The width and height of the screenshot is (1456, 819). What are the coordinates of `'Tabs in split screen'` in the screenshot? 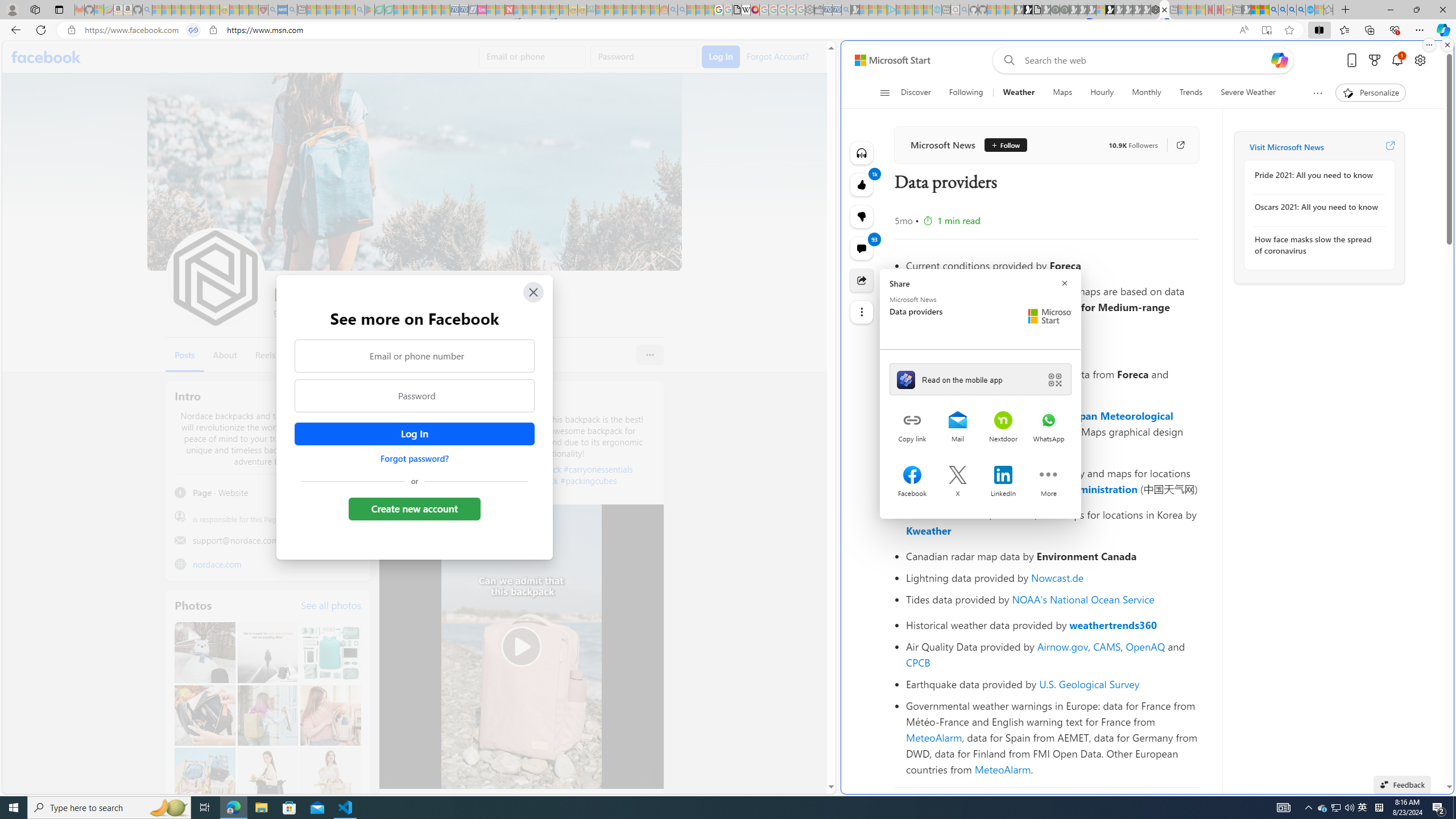 It's located at (193, 30).